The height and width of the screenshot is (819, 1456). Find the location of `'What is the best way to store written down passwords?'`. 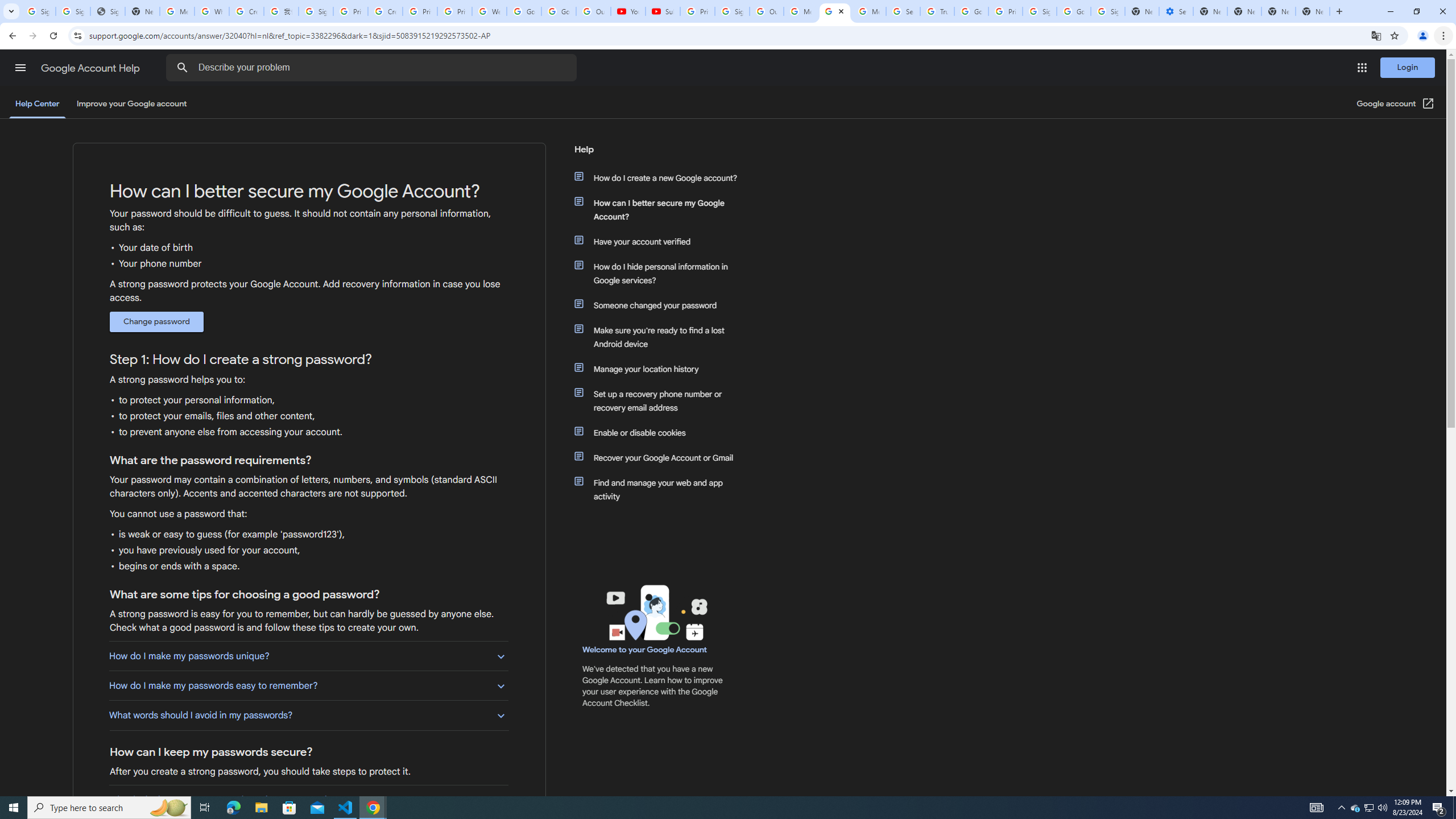

'What is the best way to store written down passwords?' is located at coordinates (308, 799).